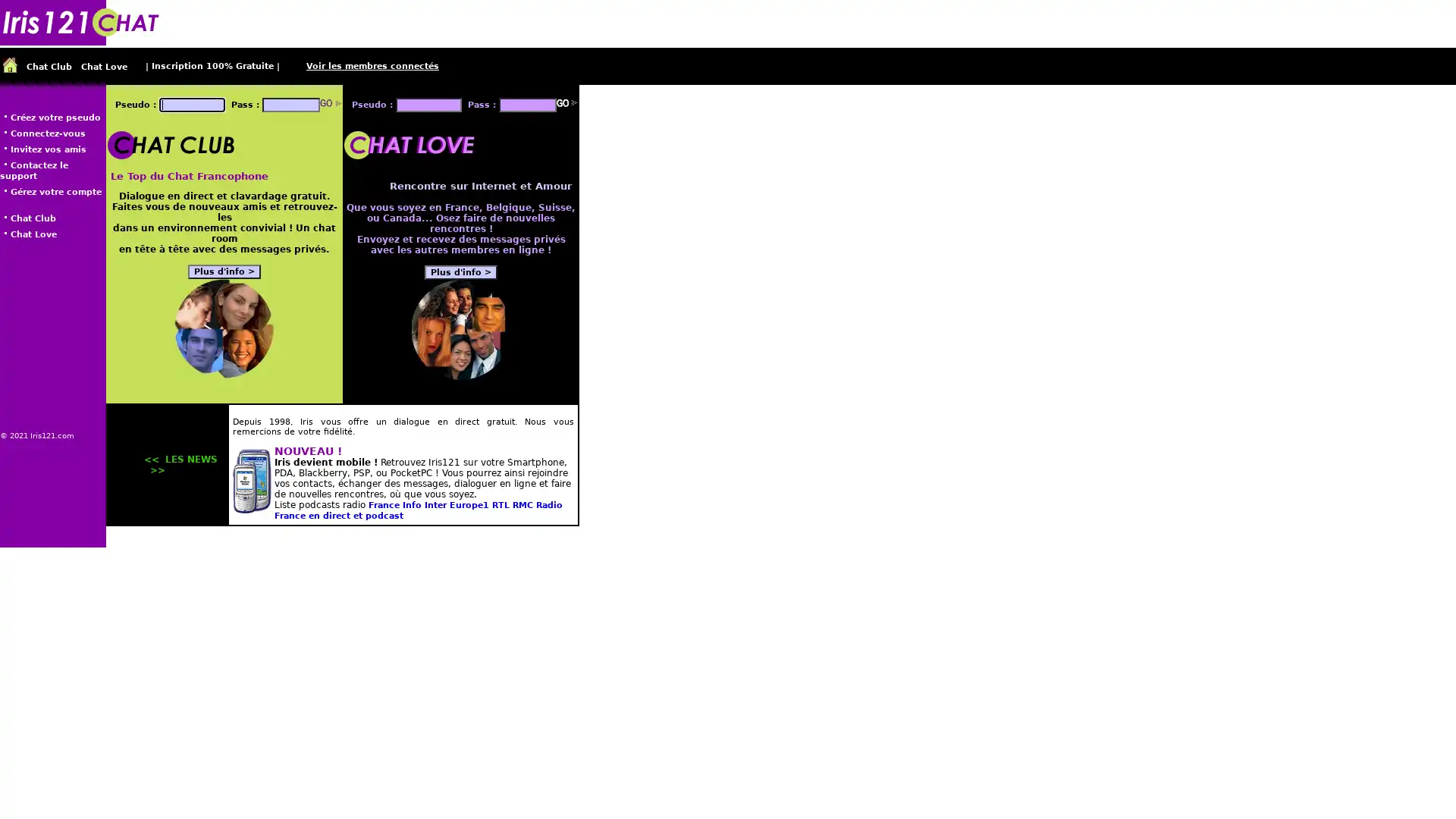 This screenshot has height=819, width=1456. I want to click on Plus d'info >, so click(460, 271).